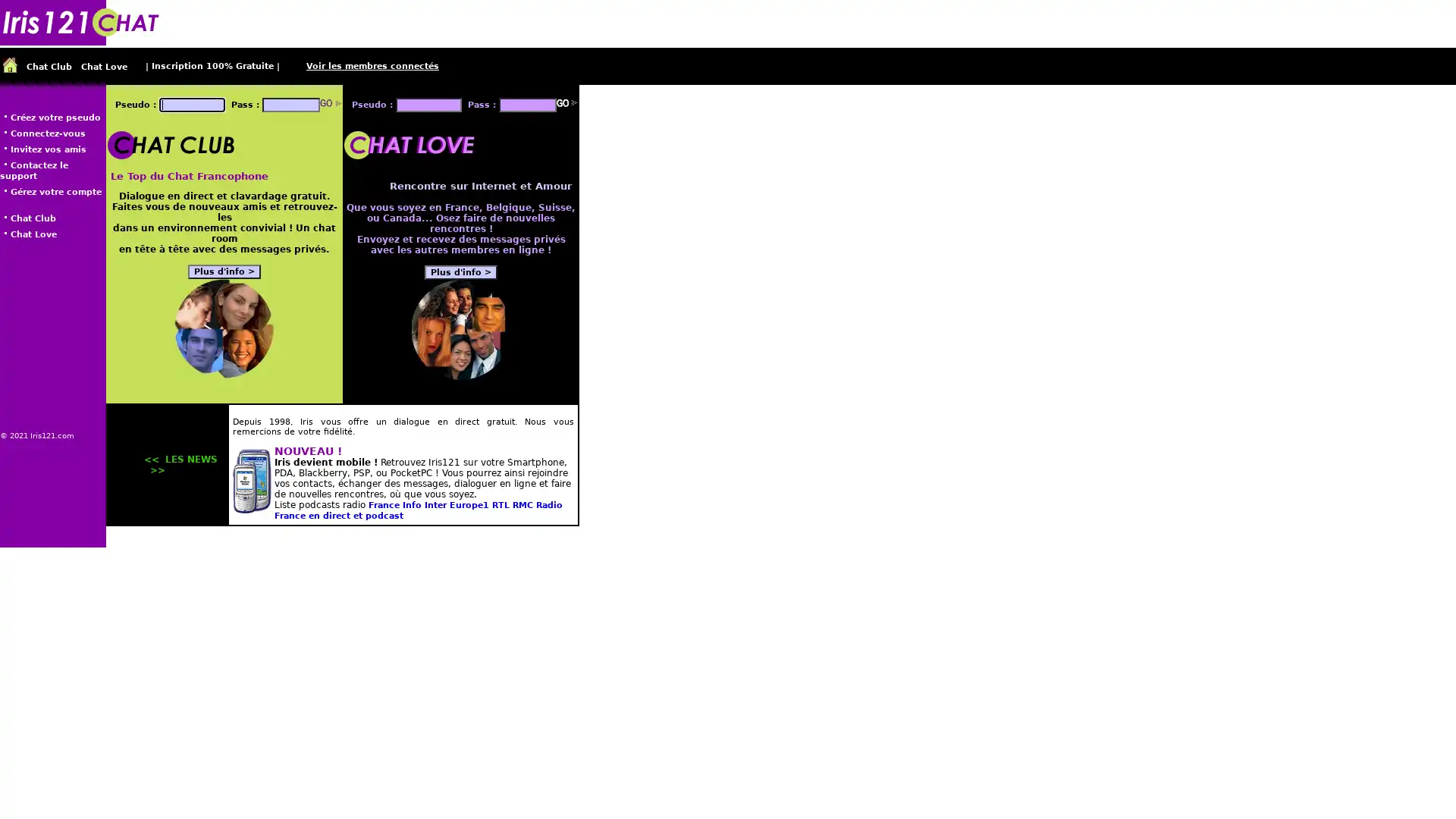 This screenshot has height=819, width=1456. I want to click on Plus d'info >, so click(460, 271).